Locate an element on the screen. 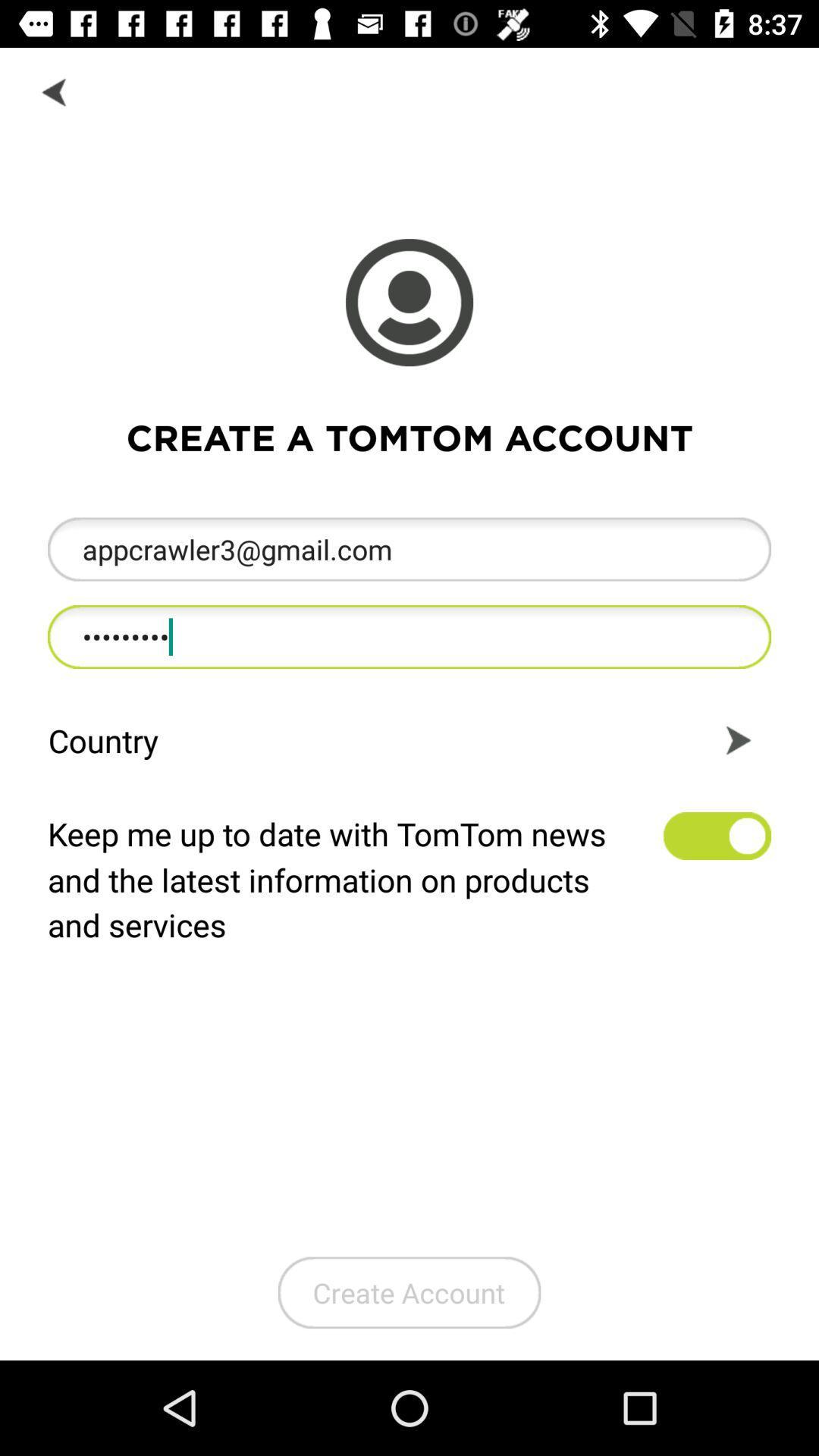 This screenshot has height=1456, width=819. go back is located at coordinates (55, 90).